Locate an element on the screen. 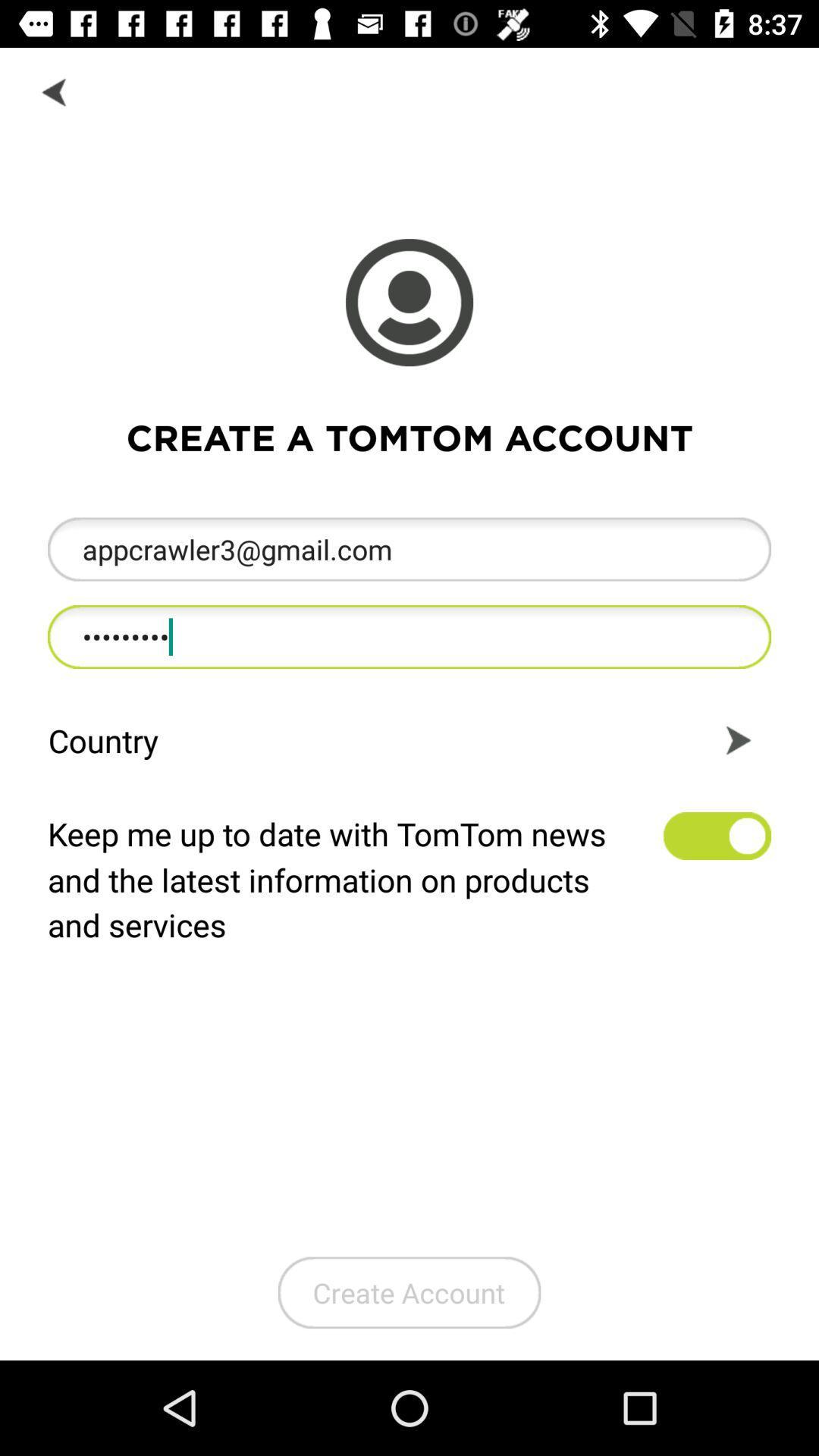 This screenshot has height=1456, width=819. go back is located at coordinates (55, 90).